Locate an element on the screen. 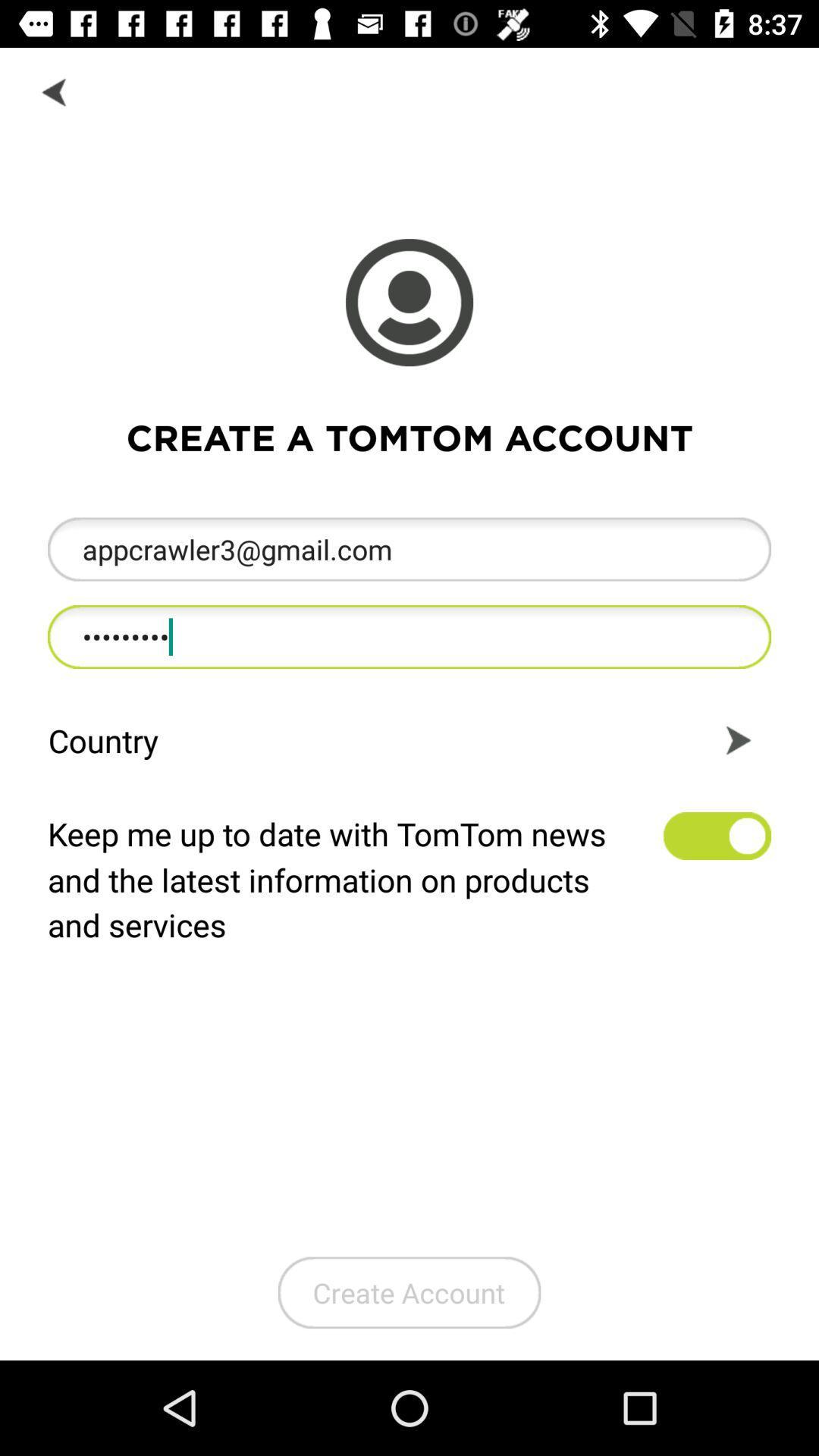 This screenshot has height=1456, width=819. go back is located at coordinates (55, 90).